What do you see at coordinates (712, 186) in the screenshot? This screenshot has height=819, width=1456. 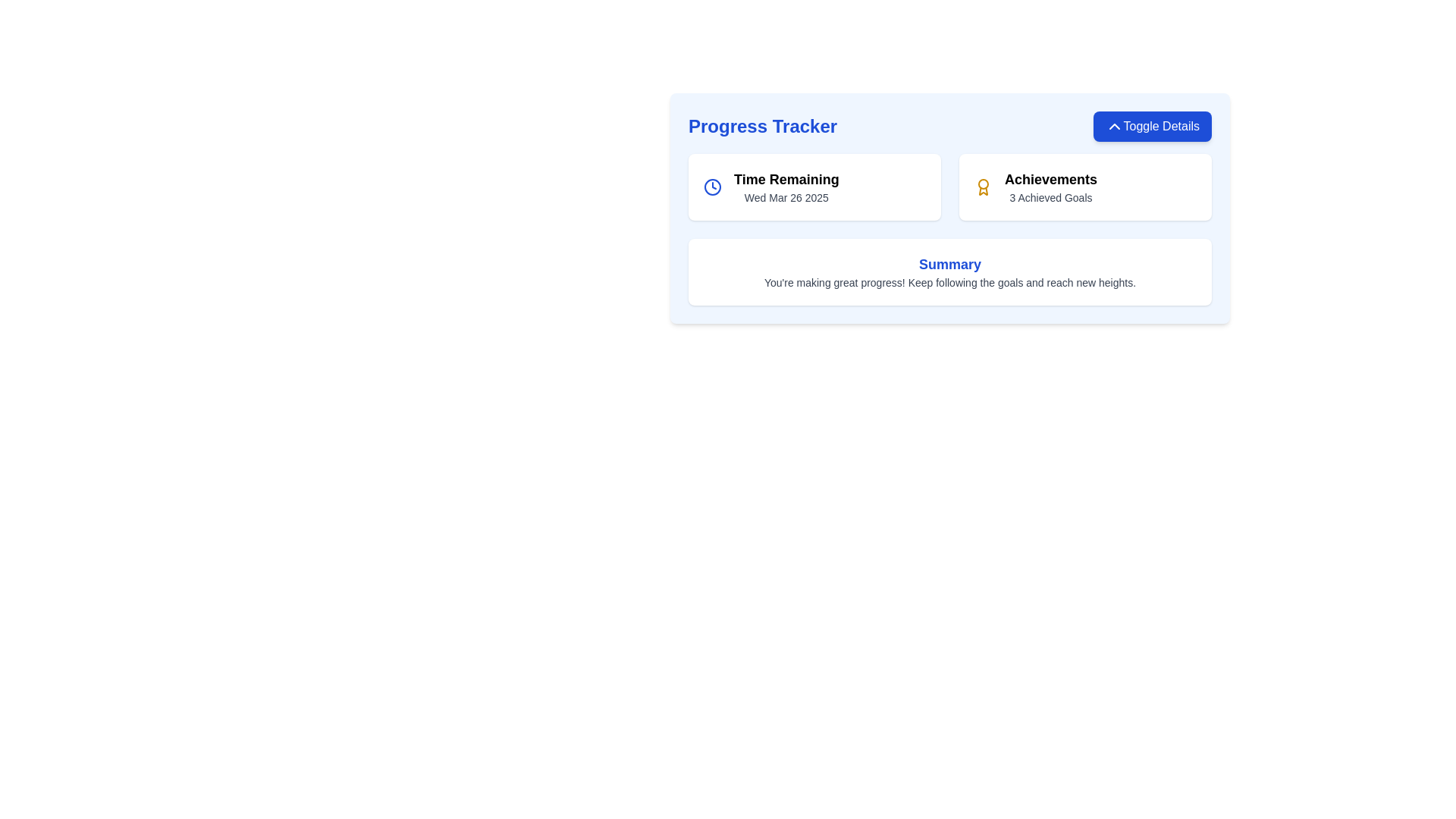 I see `the decorative SVG circle that serves as the clock's outline, which is located to the left of the 'Time Remaining' text in the top-left card of the 'Progress Tracker' section` at bounding box center [712, 186].